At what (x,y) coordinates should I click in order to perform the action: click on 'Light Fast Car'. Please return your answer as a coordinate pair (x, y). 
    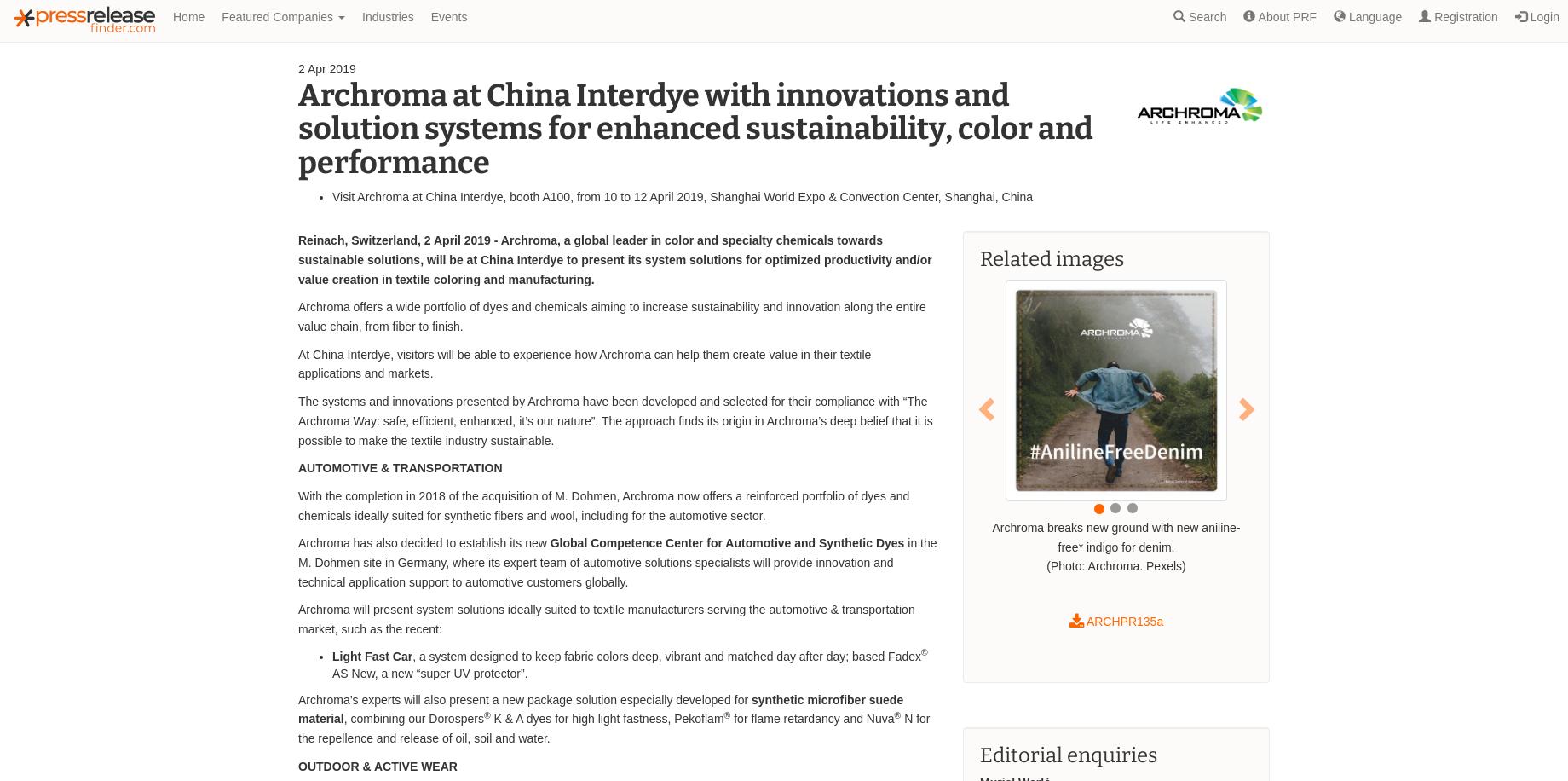
    Looking at the image, I should click on (372, 654).